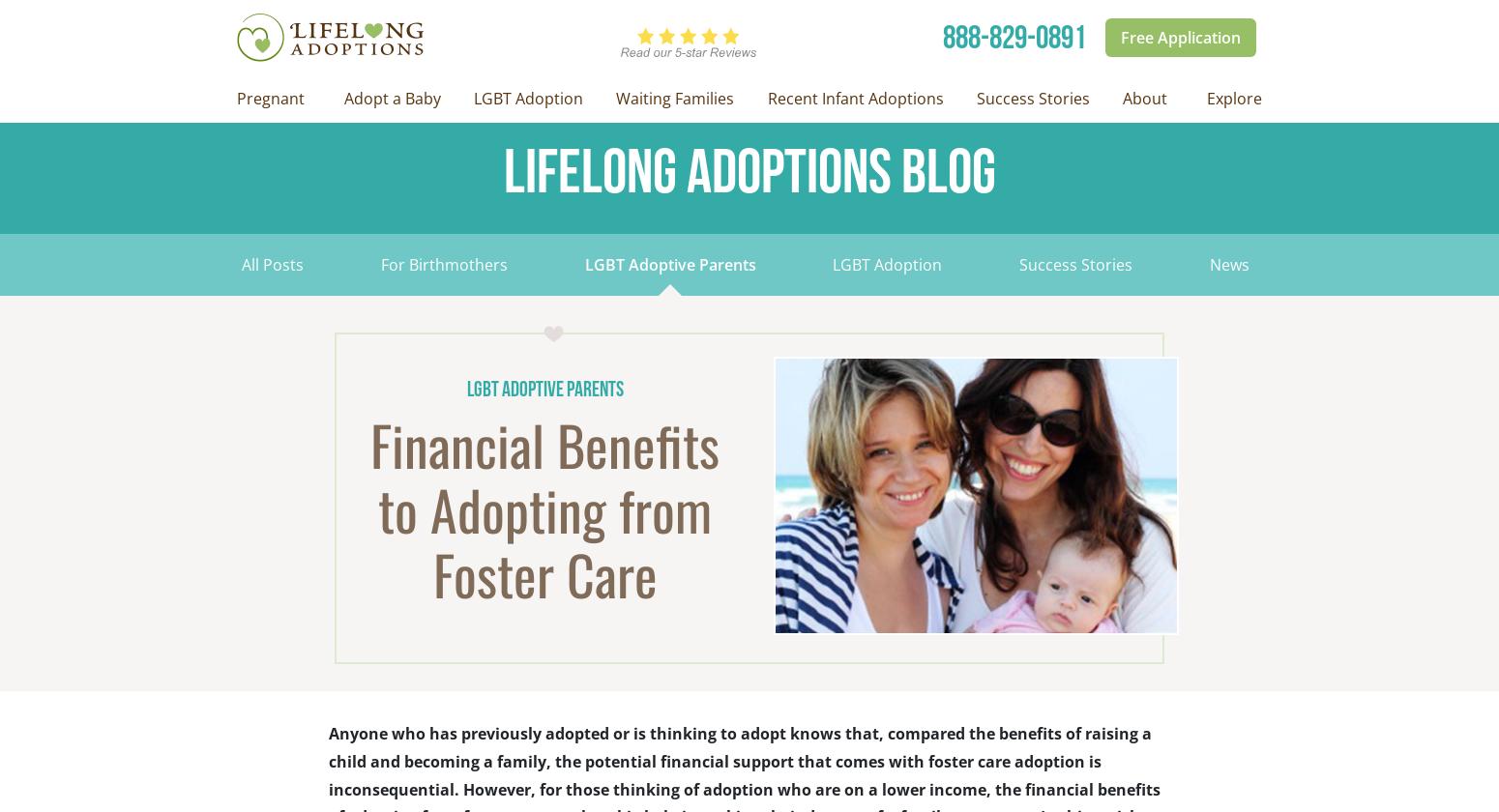  I want to click on 'For Birthmothers', so click(379, 264).